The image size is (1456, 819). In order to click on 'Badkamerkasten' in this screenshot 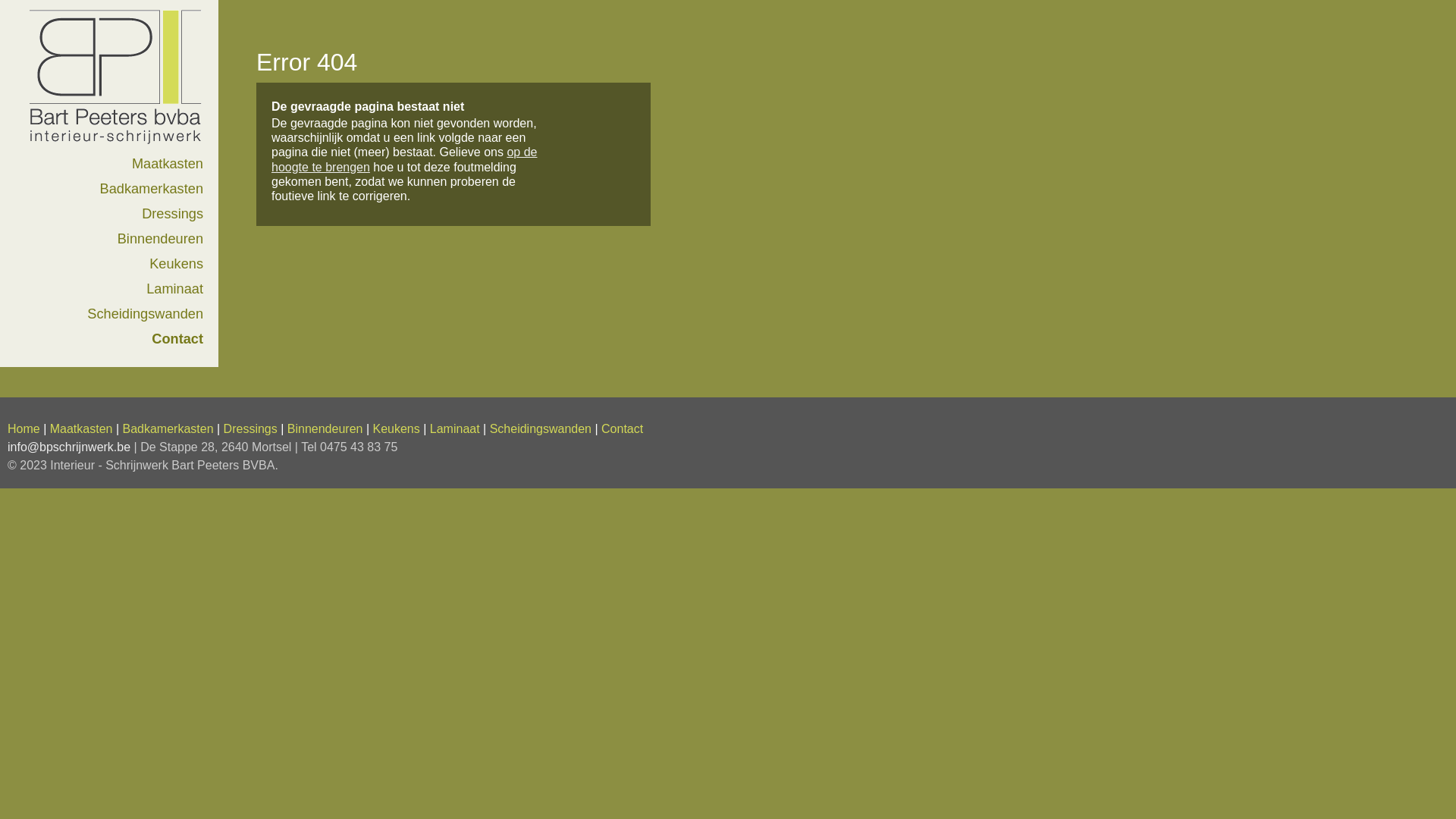, I will do `click(152, 188)`.